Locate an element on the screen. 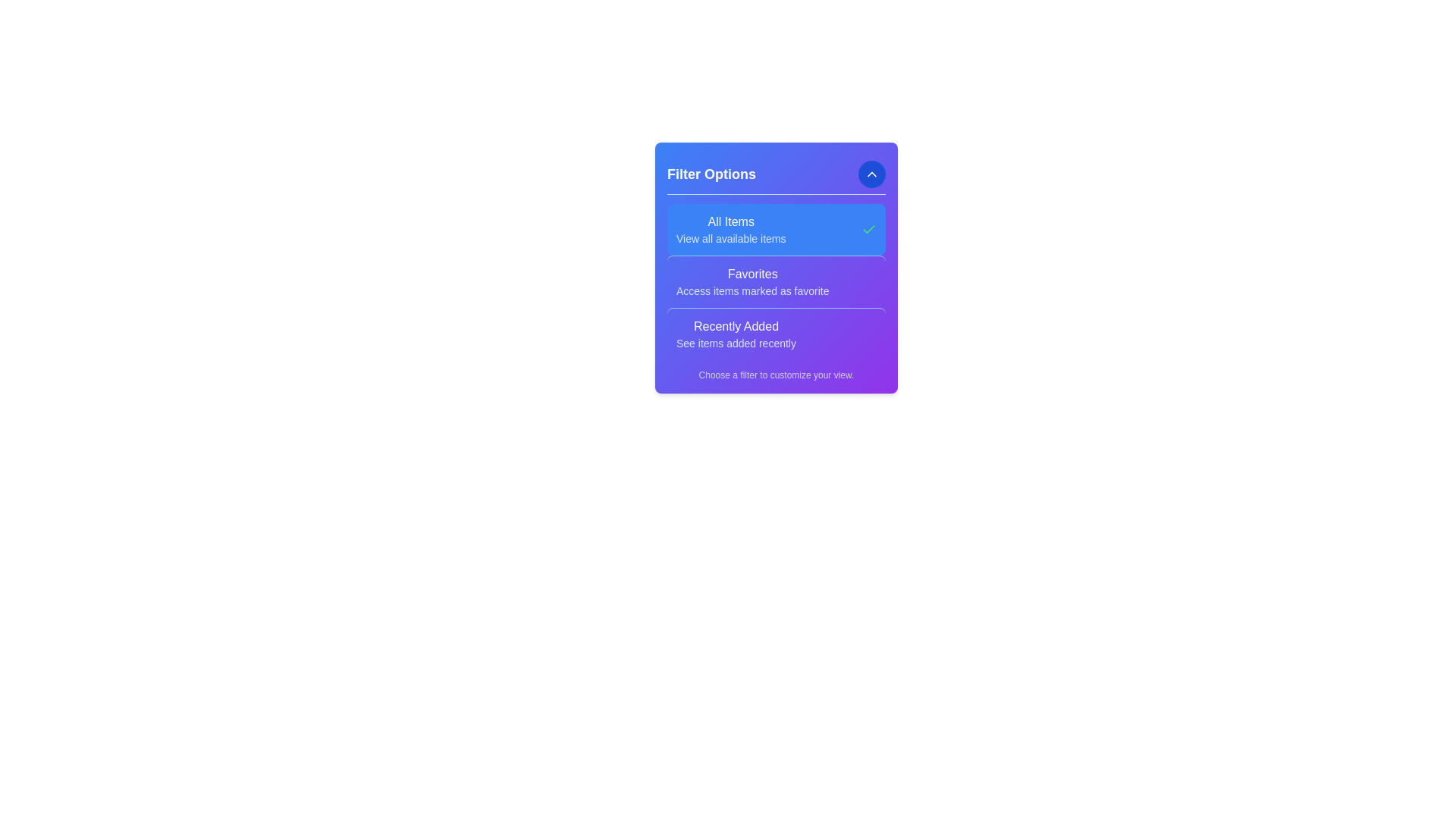 The height and width of the screenshot is (819, 1456). the filter option Recently Added from the menu is located at coordinates (735, 333).